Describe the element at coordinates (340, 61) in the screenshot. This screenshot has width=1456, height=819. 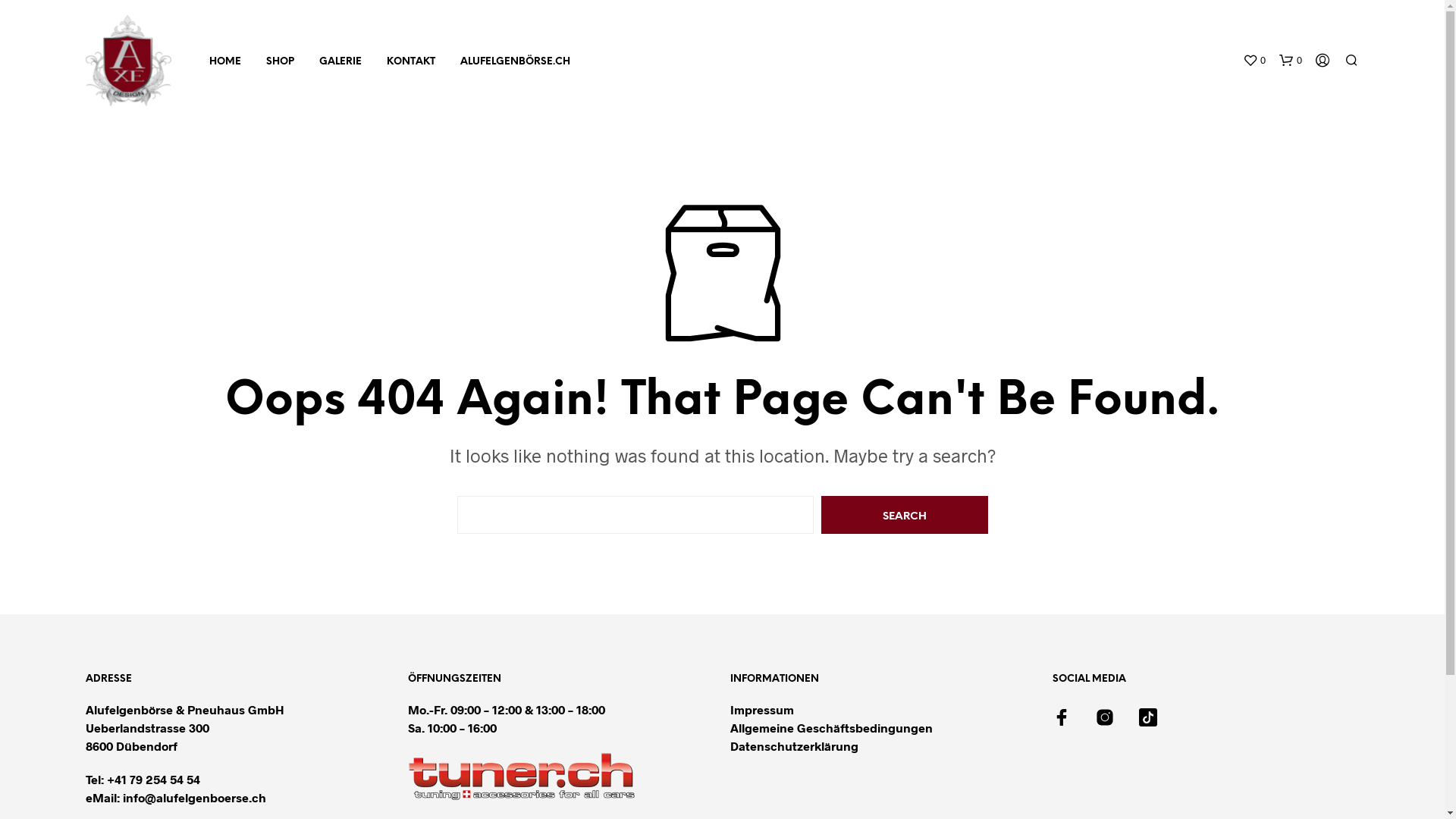
I see `'GALERIE'` at that location.